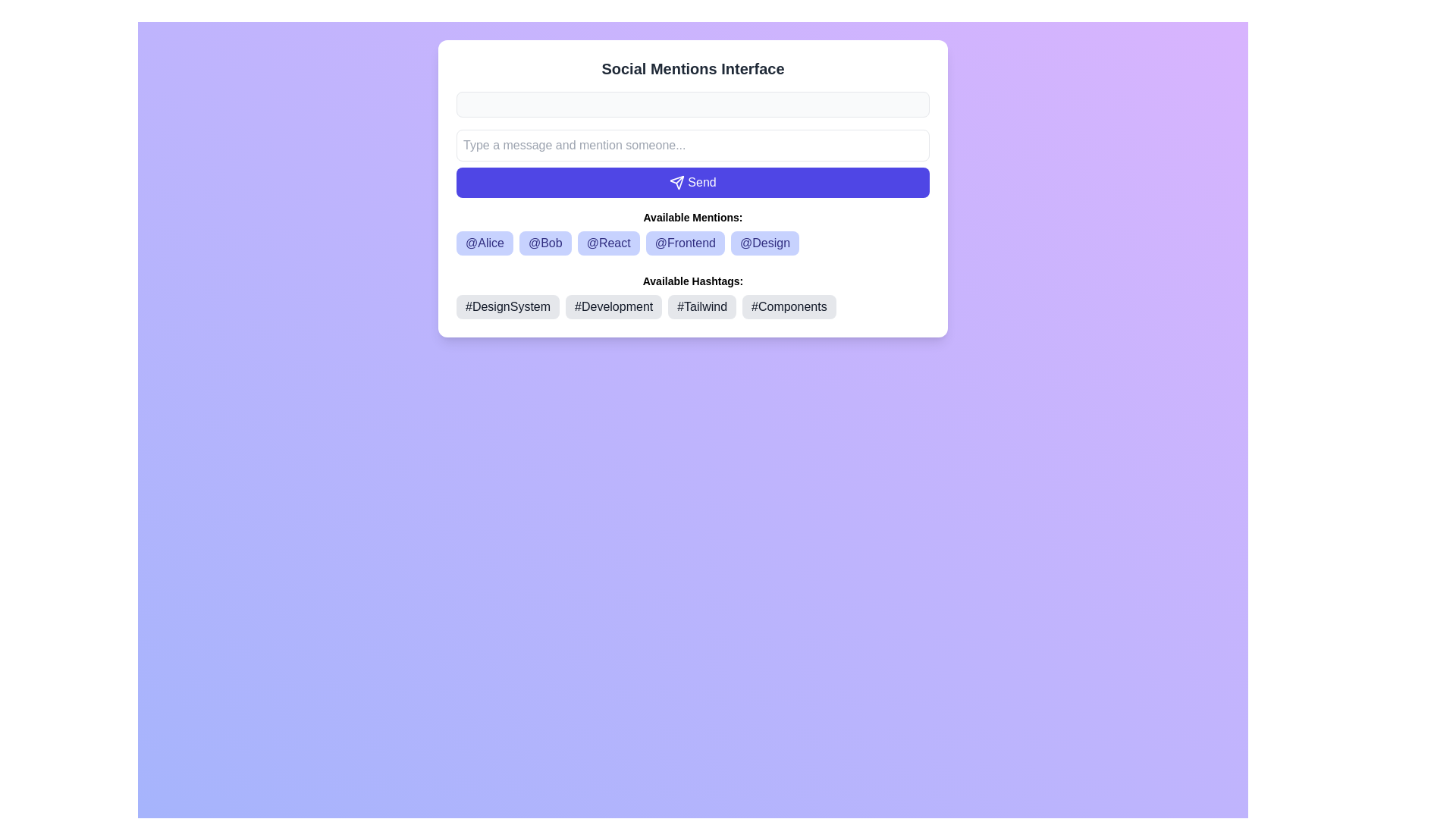 Image resolution: width=1456 pixels, height=819 pixels. I want to click on the send button located directly below the text input field labeled 'Type a message and mention someone...' to send the composed message, so click(692, 181).